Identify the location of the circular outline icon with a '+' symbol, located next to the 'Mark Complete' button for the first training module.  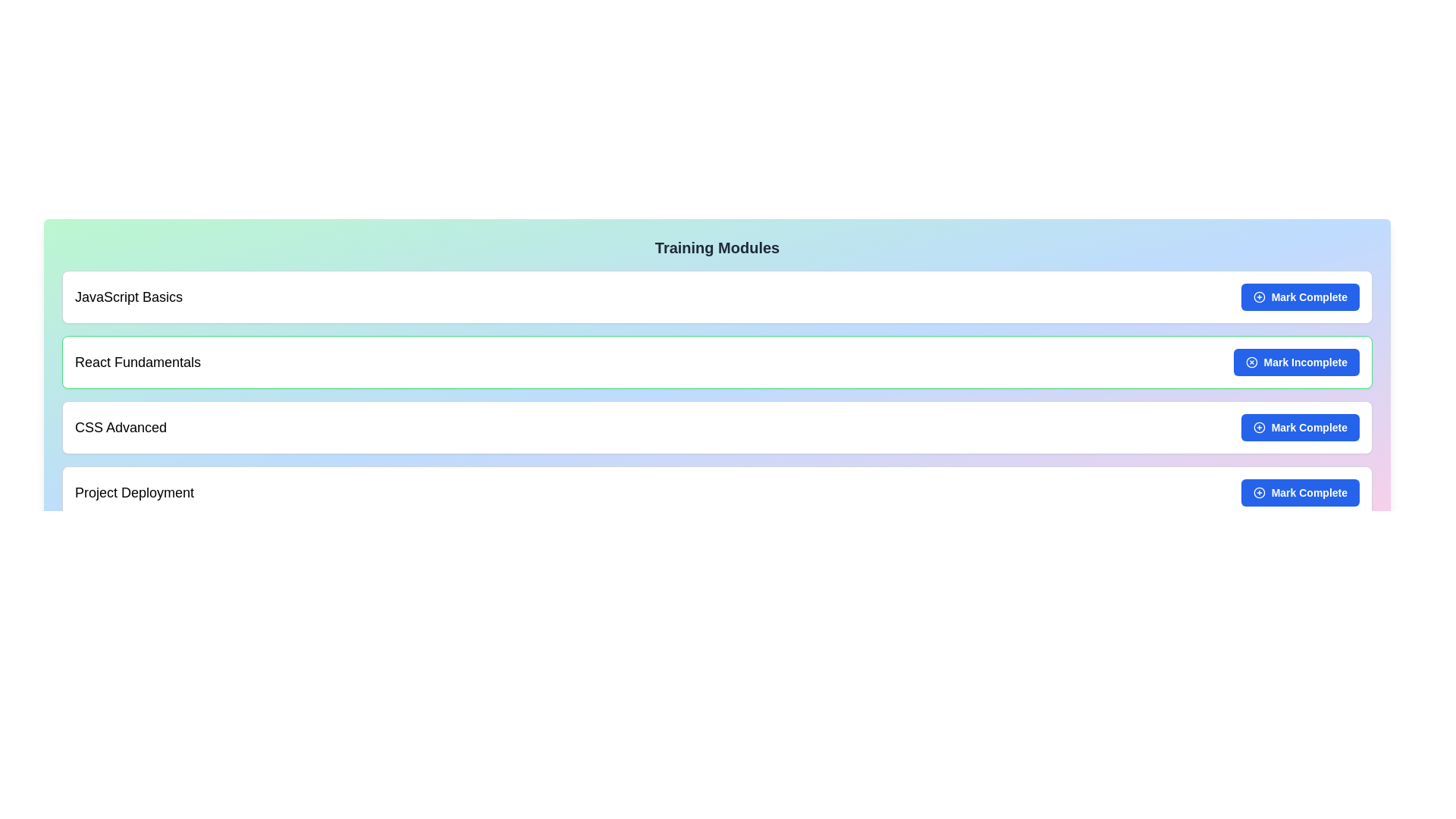
(1259, 297).